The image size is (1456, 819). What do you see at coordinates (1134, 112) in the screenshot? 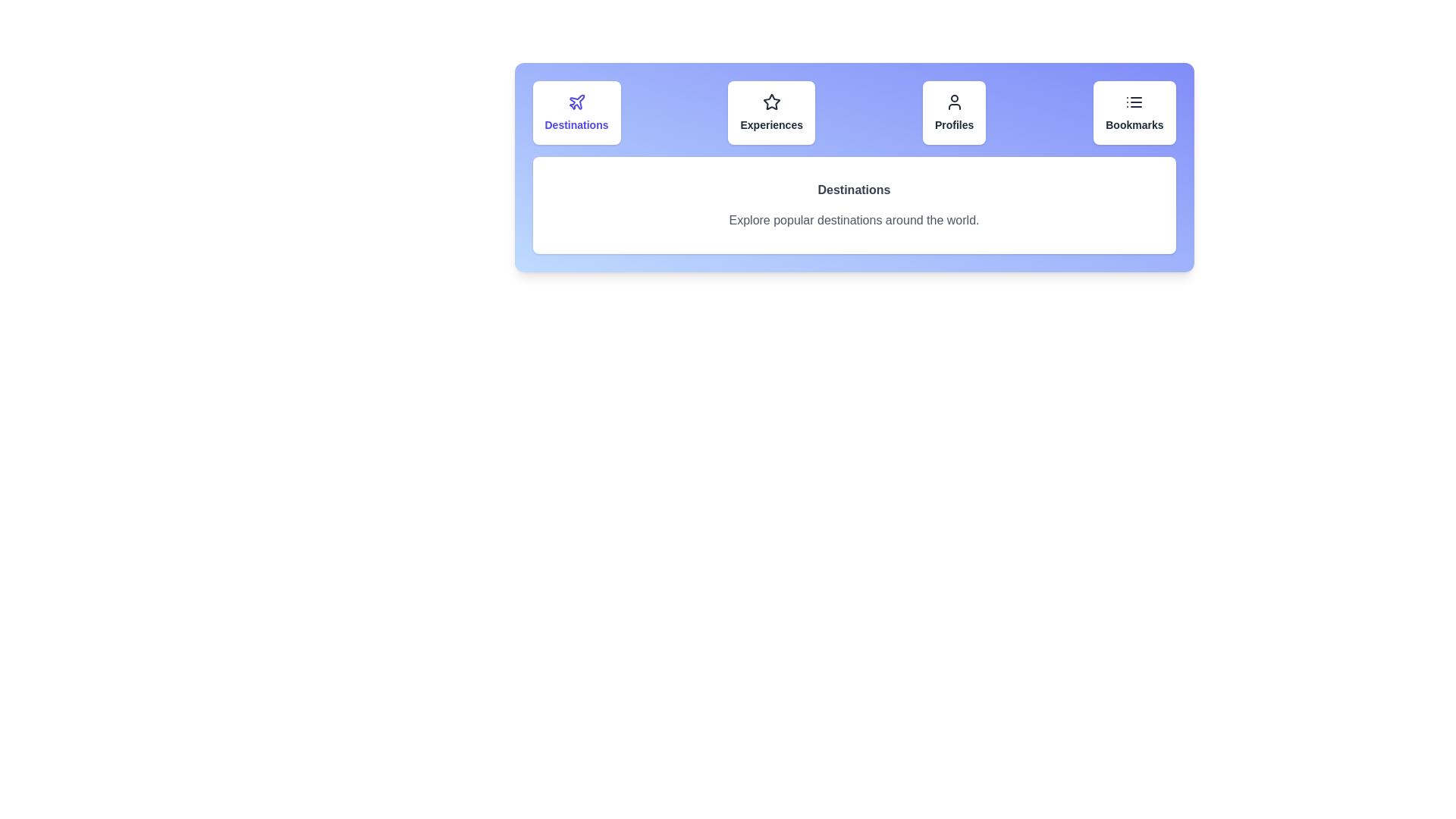
I see `the tab corresponding to Bookmarks` at bounding box center [1134, 112].